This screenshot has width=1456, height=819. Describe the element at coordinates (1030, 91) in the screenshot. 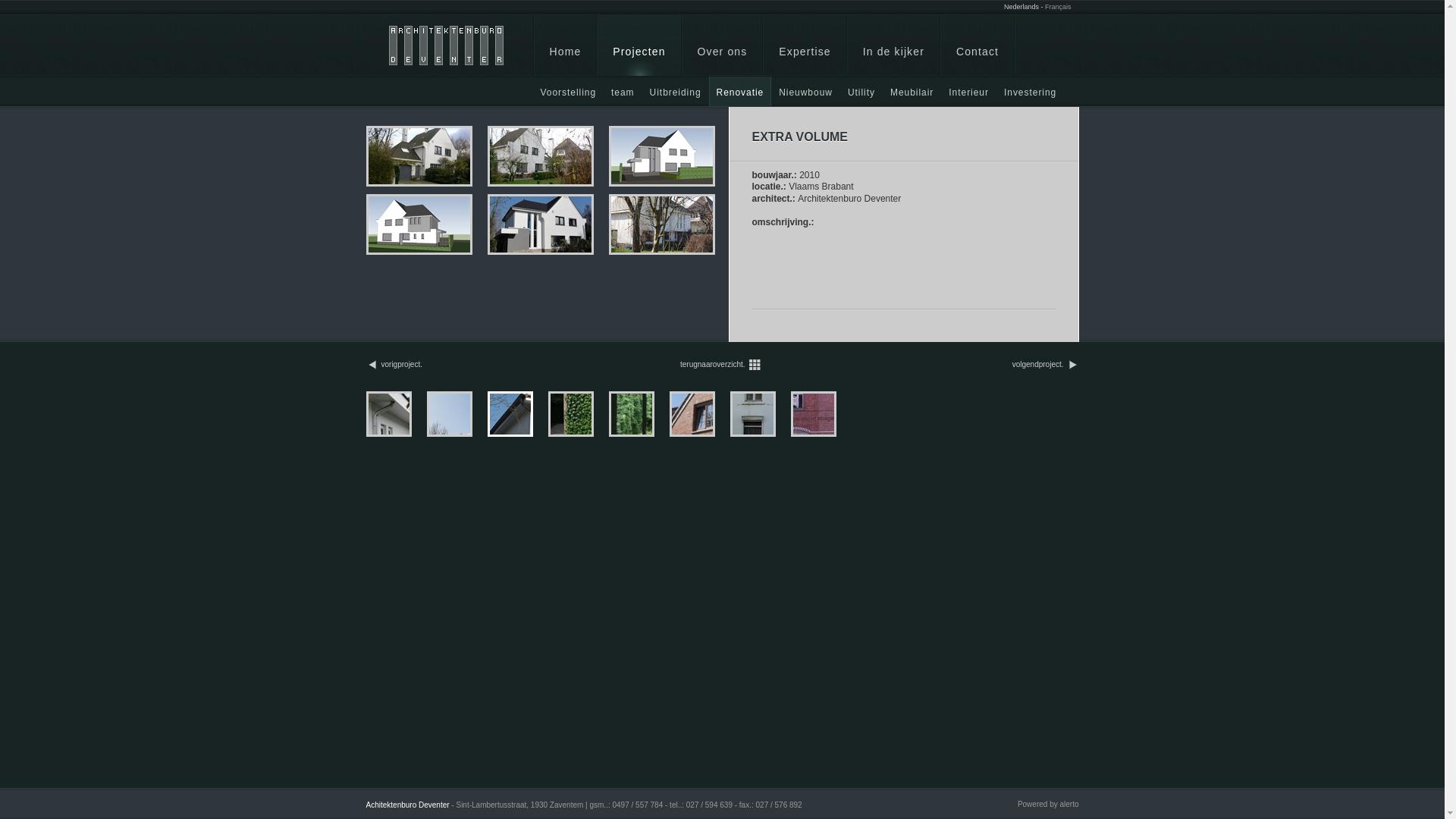

I see `'Investering'` at that location.